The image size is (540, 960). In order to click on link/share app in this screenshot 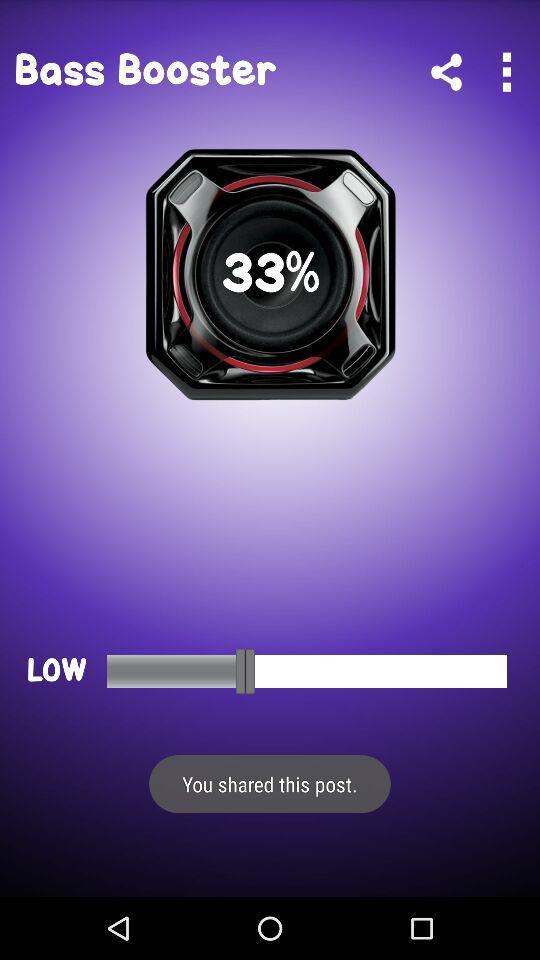, I will do `click(446, 72)`.